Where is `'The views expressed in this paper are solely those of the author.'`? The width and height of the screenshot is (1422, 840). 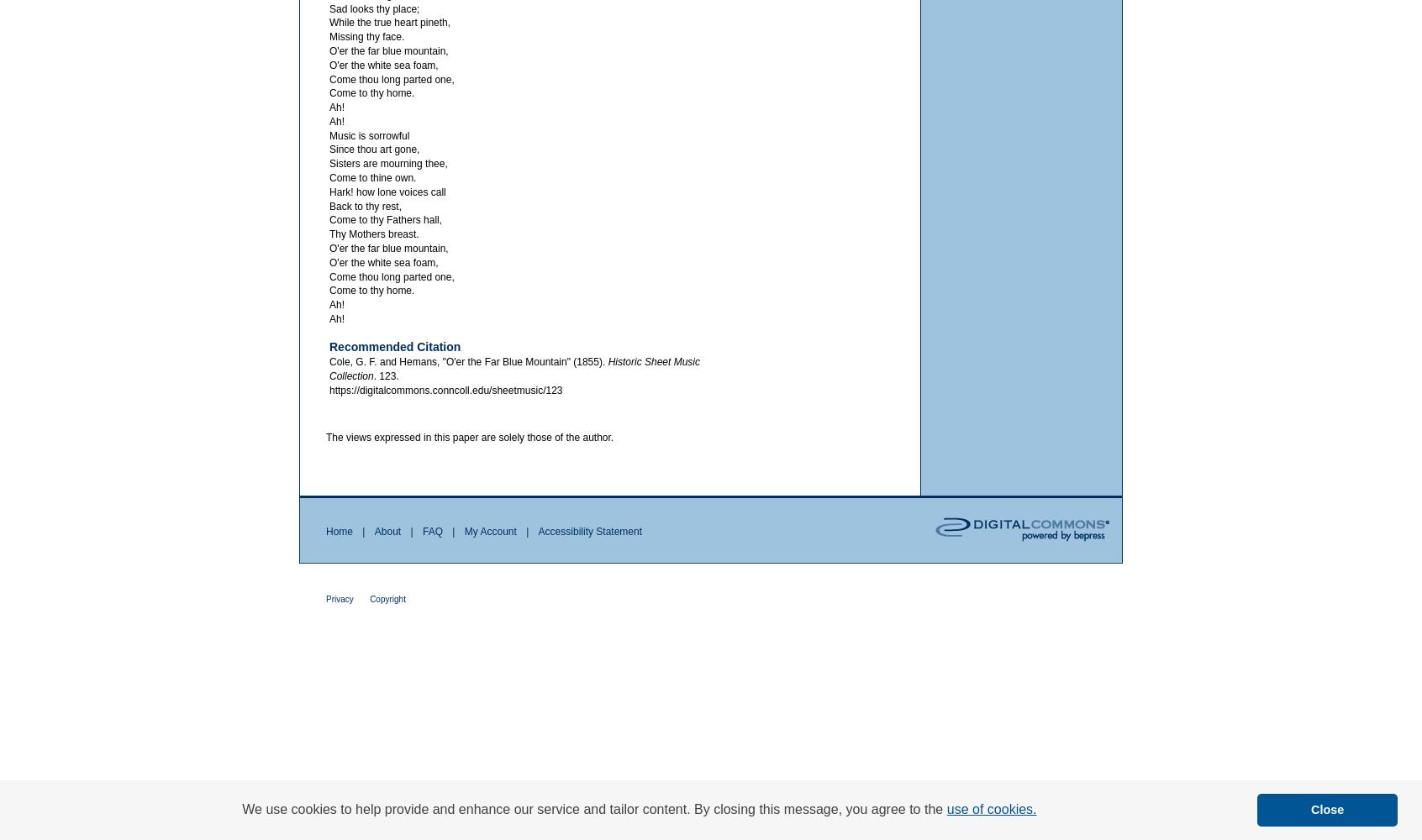
'The views expressed in this paper are solely those of the author.' is located at coordinates (470, 437).